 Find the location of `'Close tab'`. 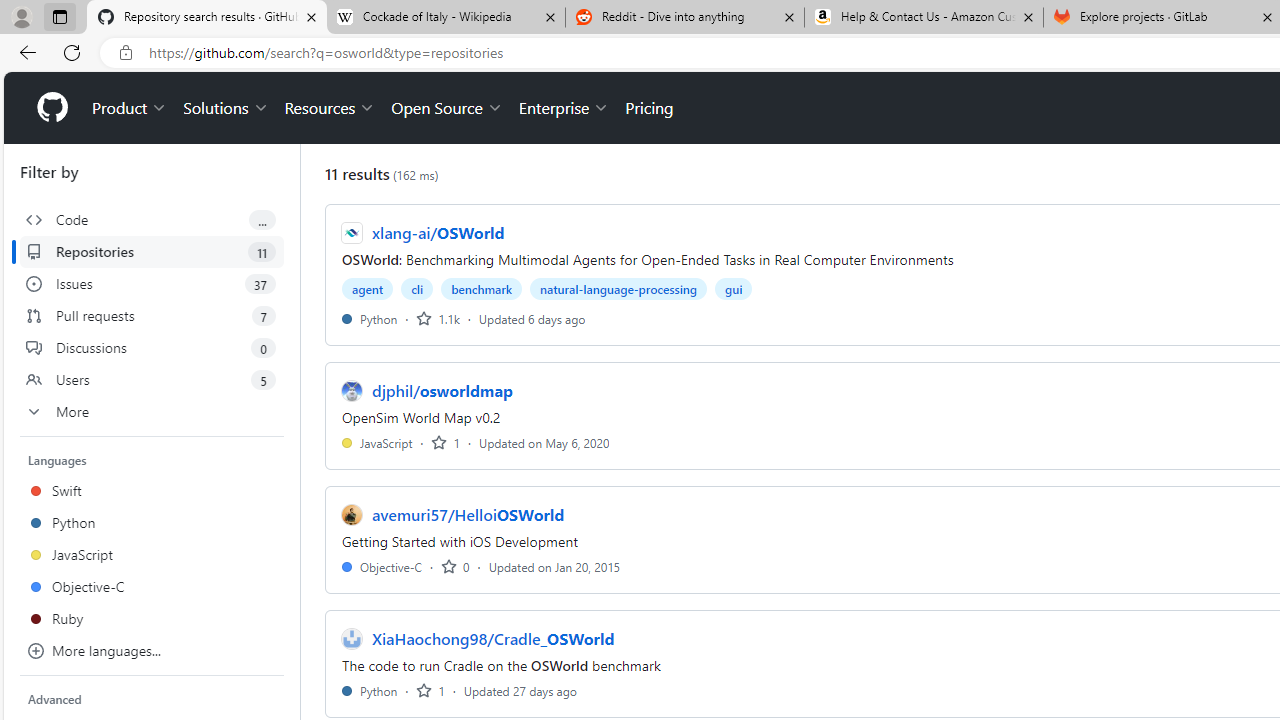

'Close tab' is located at coordinates (1266, 17).